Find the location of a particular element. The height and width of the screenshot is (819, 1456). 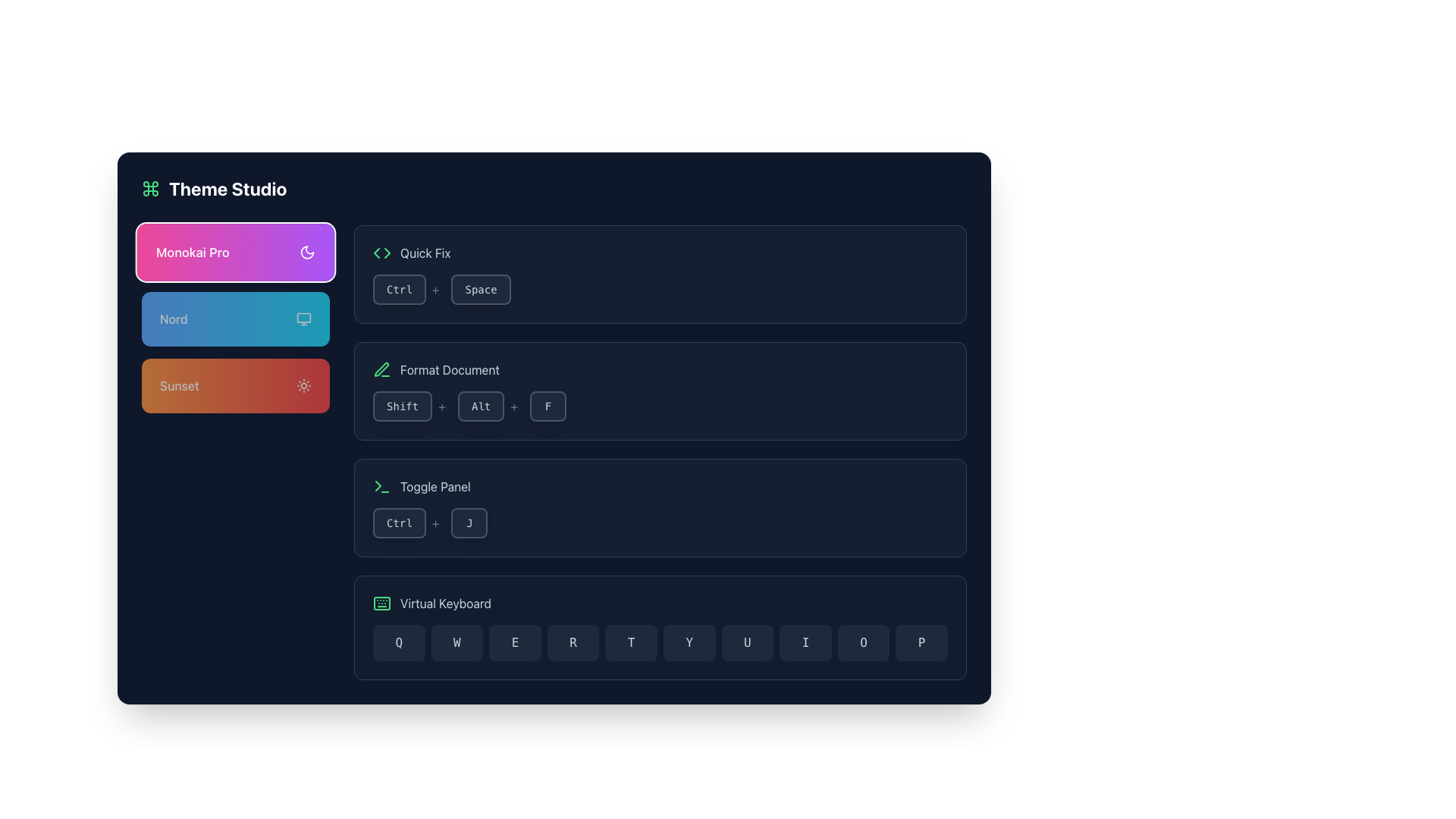

the 'Monokai Pro' label, which displays the text in medium-weight font on a gradient background from pink to purple, located in the theming options group at the top-left of the interface is located at coordinates (192, 251).